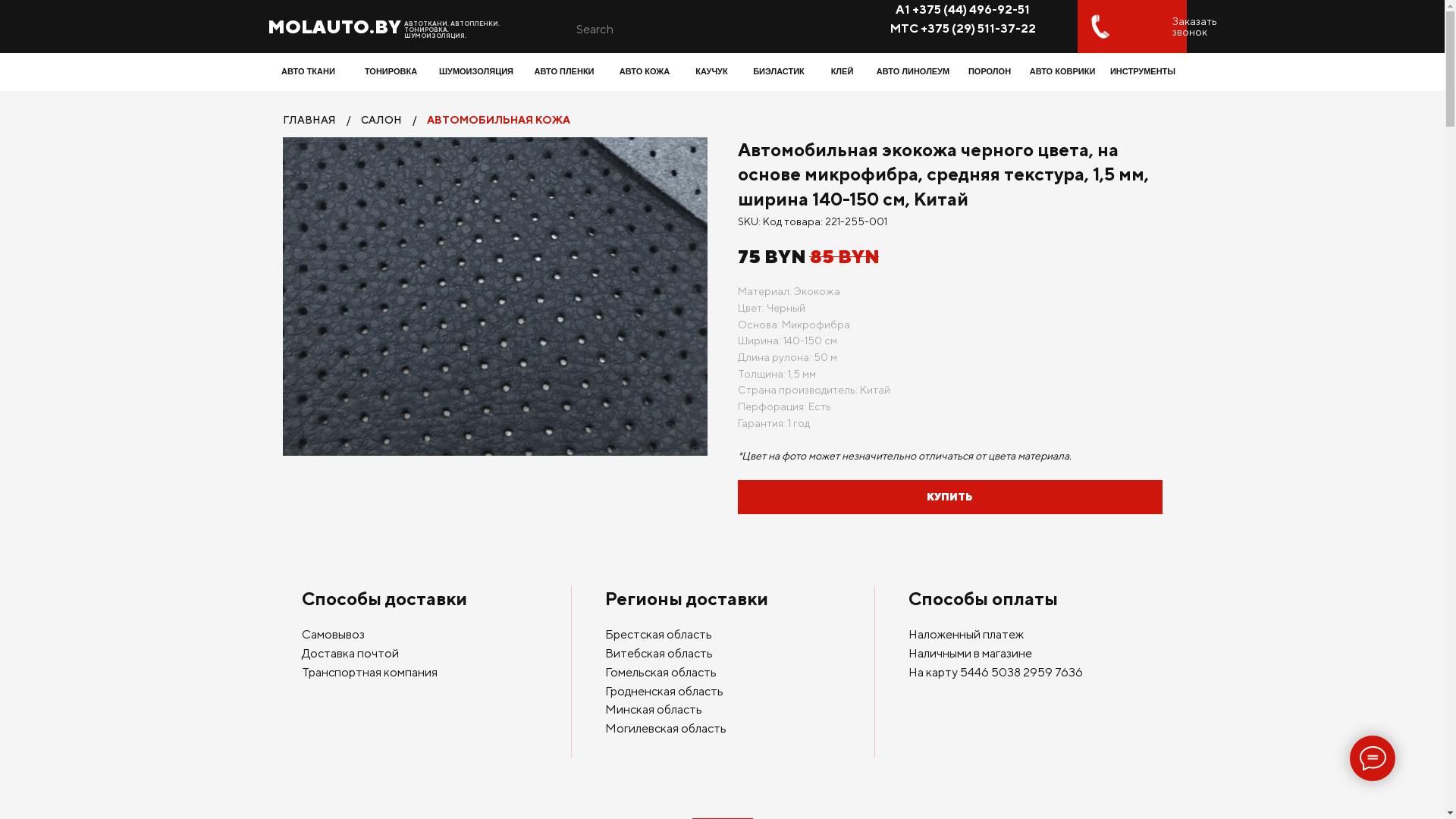  I want to click on 'MOLAUTO.BY', so click(333, 26).